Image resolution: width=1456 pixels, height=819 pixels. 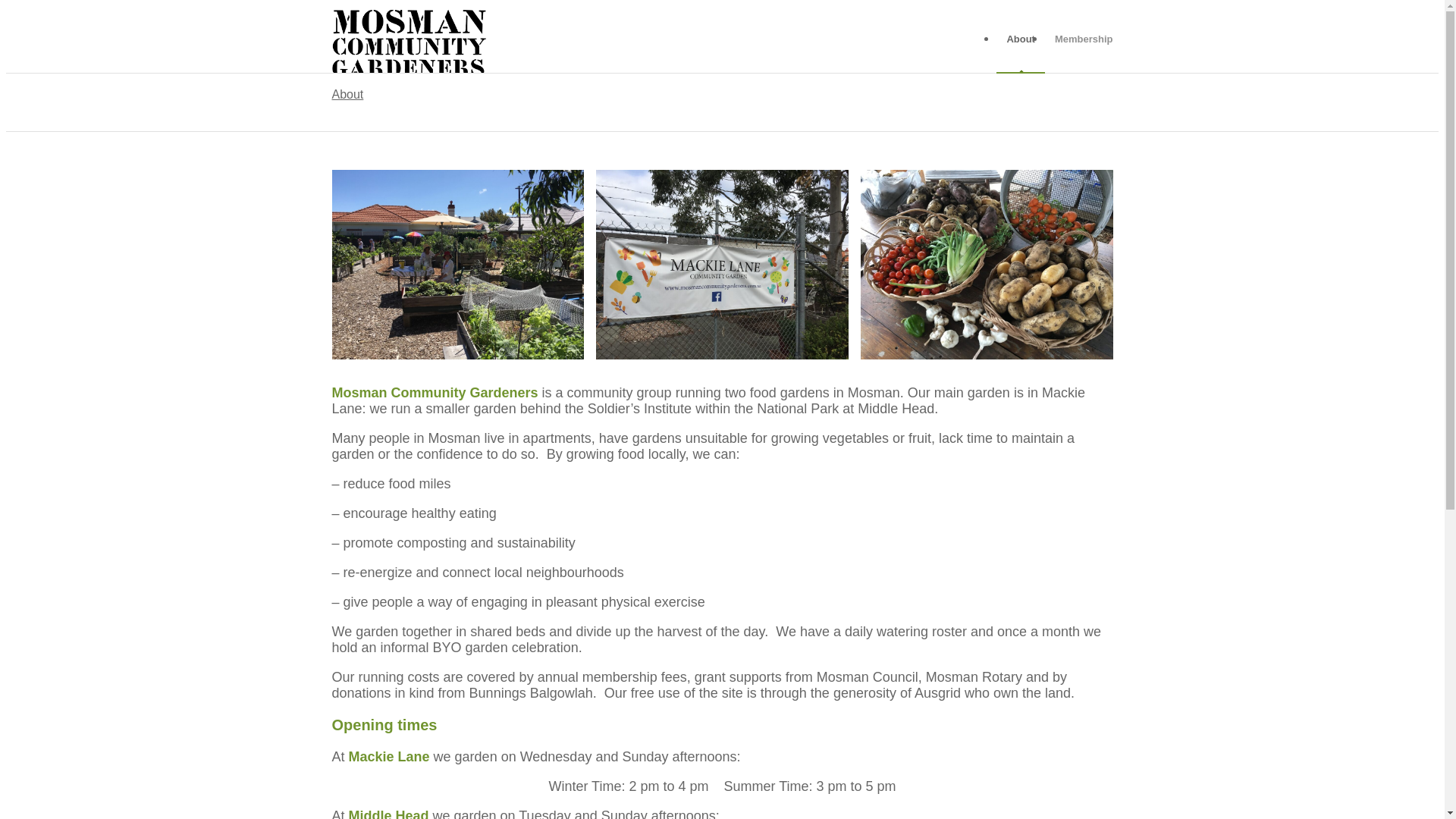 What do you see at coordinates (331, 94) in the screenshot?
I see `'About'` at bounding box center [331, 94].